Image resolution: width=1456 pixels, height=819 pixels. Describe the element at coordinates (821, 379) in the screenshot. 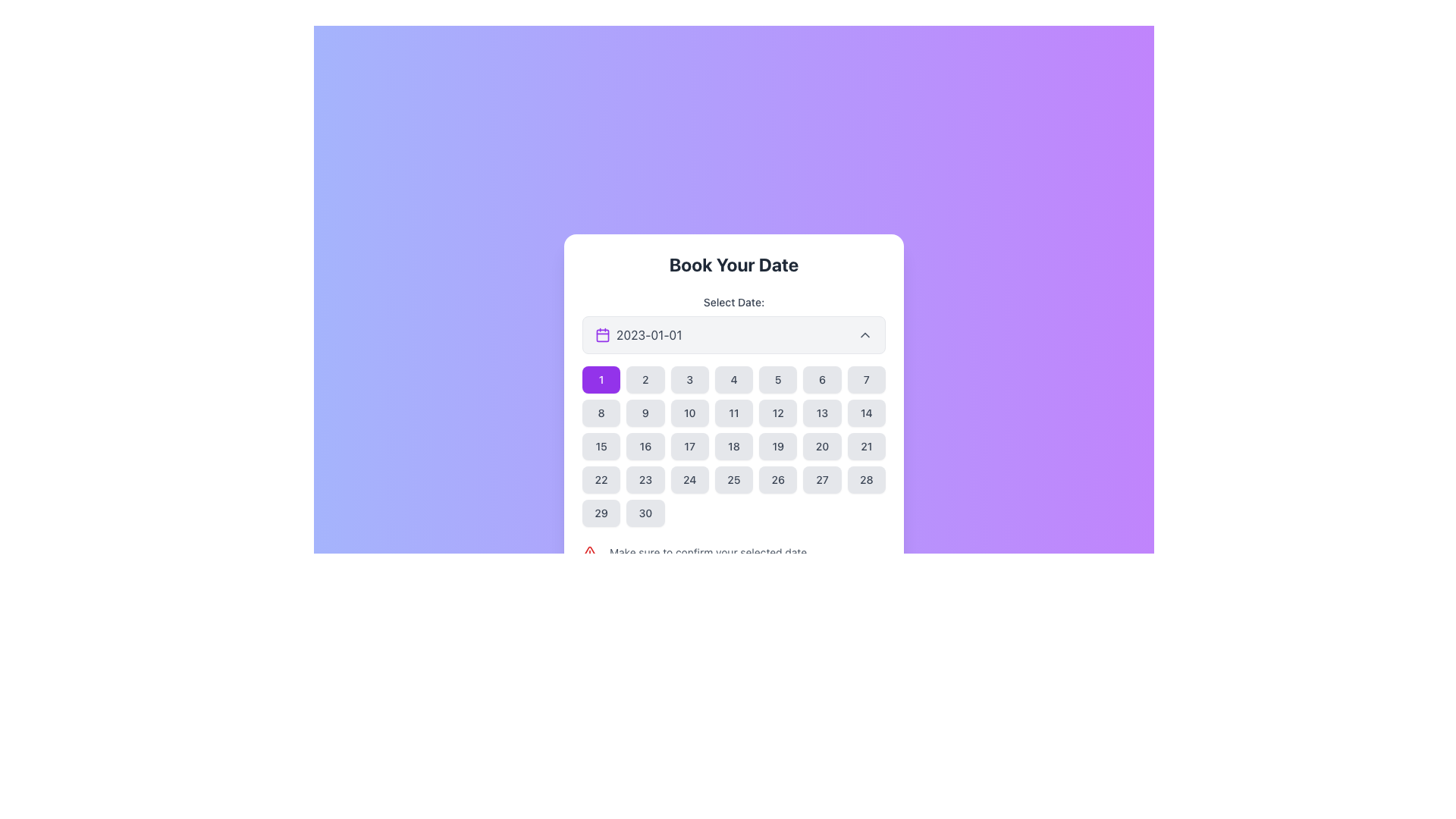

I see `the selectable calendar day button representing the 6th day of the displayed month, located in the first row of the calendar grid` at that location.